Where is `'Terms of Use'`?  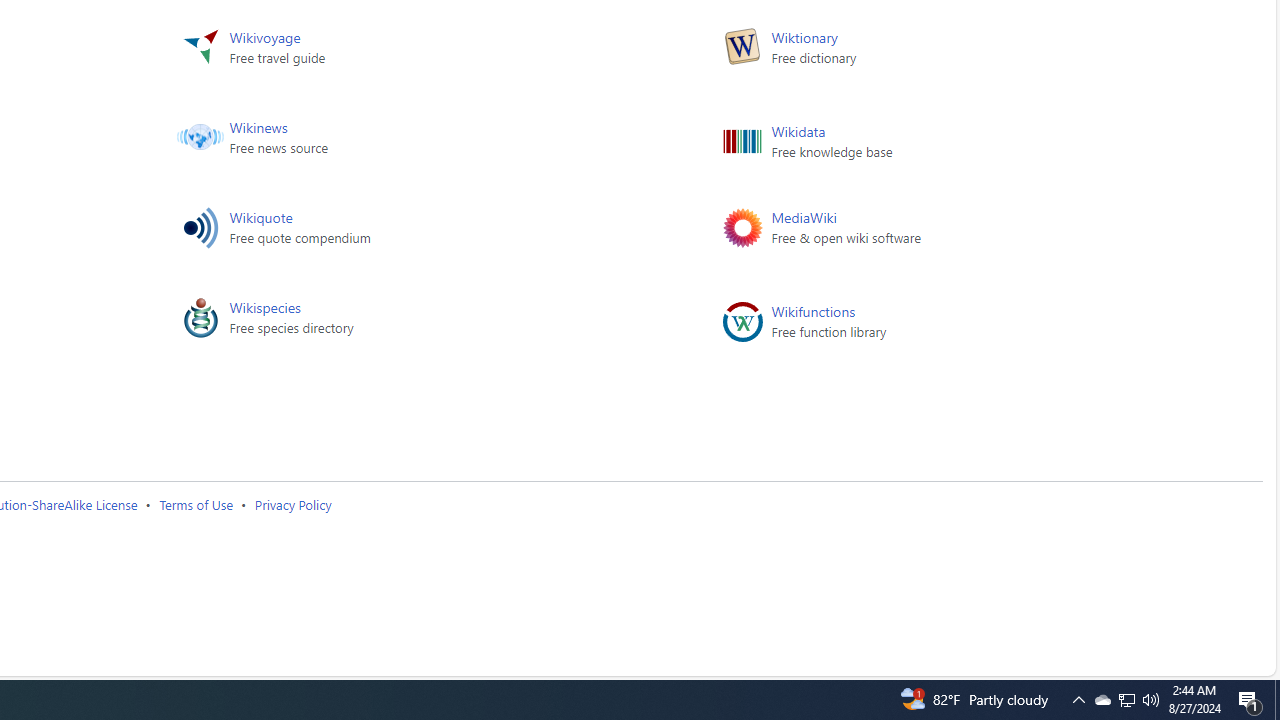
'Terms of Use' is located at coordinates (196, 502).